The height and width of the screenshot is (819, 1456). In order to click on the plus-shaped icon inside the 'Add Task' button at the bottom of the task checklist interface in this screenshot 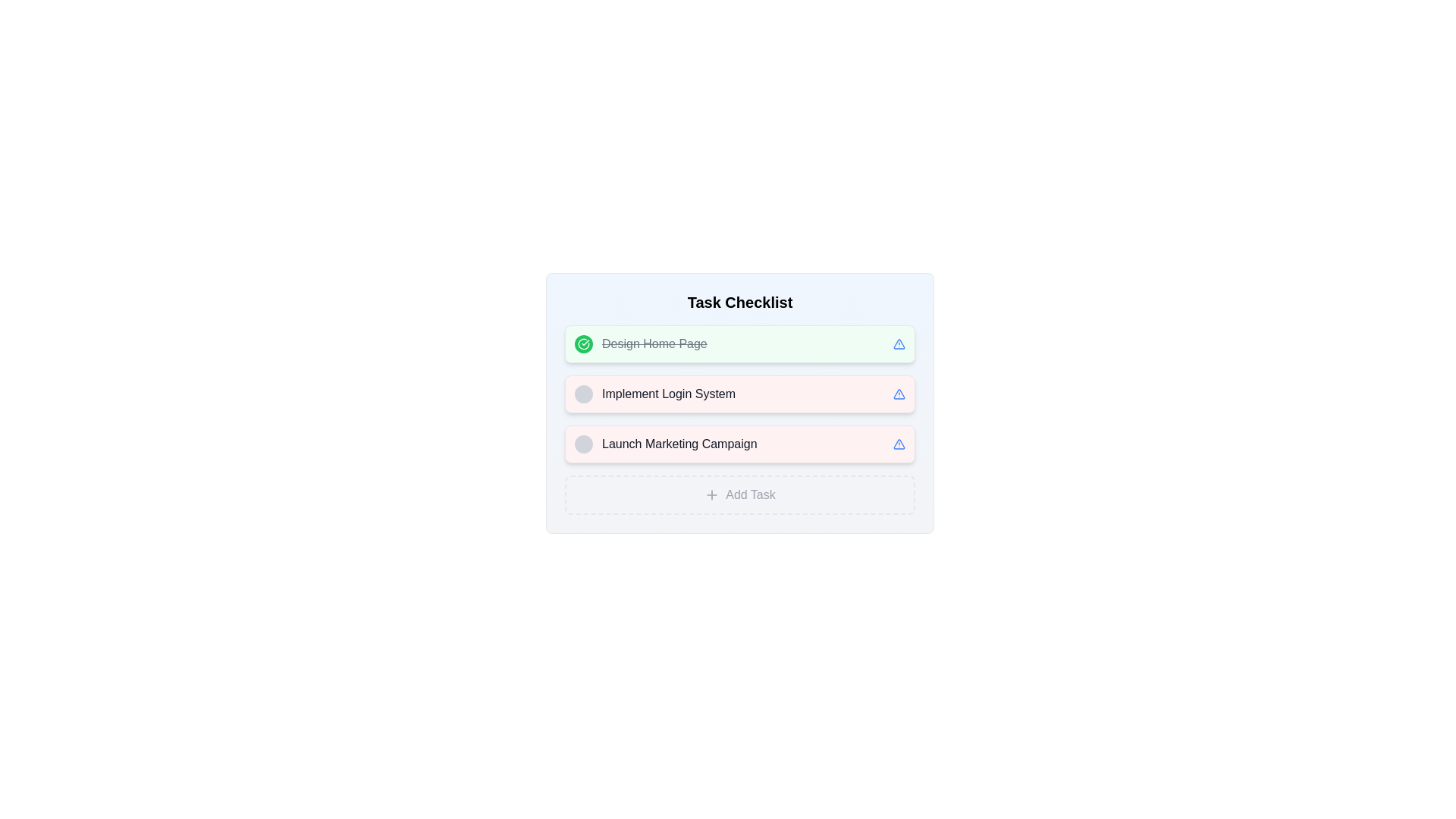, I will do `click(711, 494)`.